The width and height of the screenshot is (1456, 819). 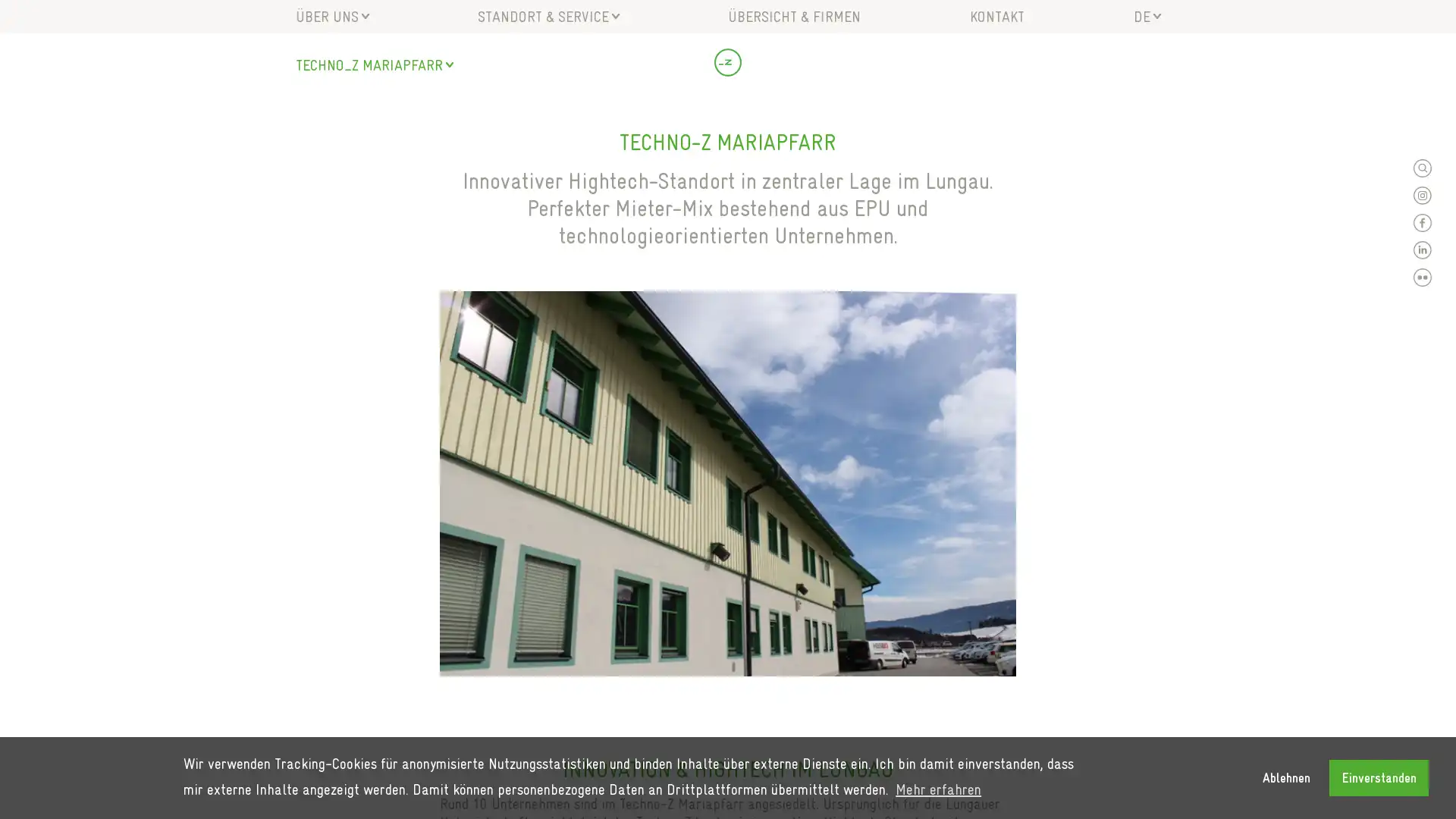 I want to click on learn more about cookies, so click(x=937, y=789).